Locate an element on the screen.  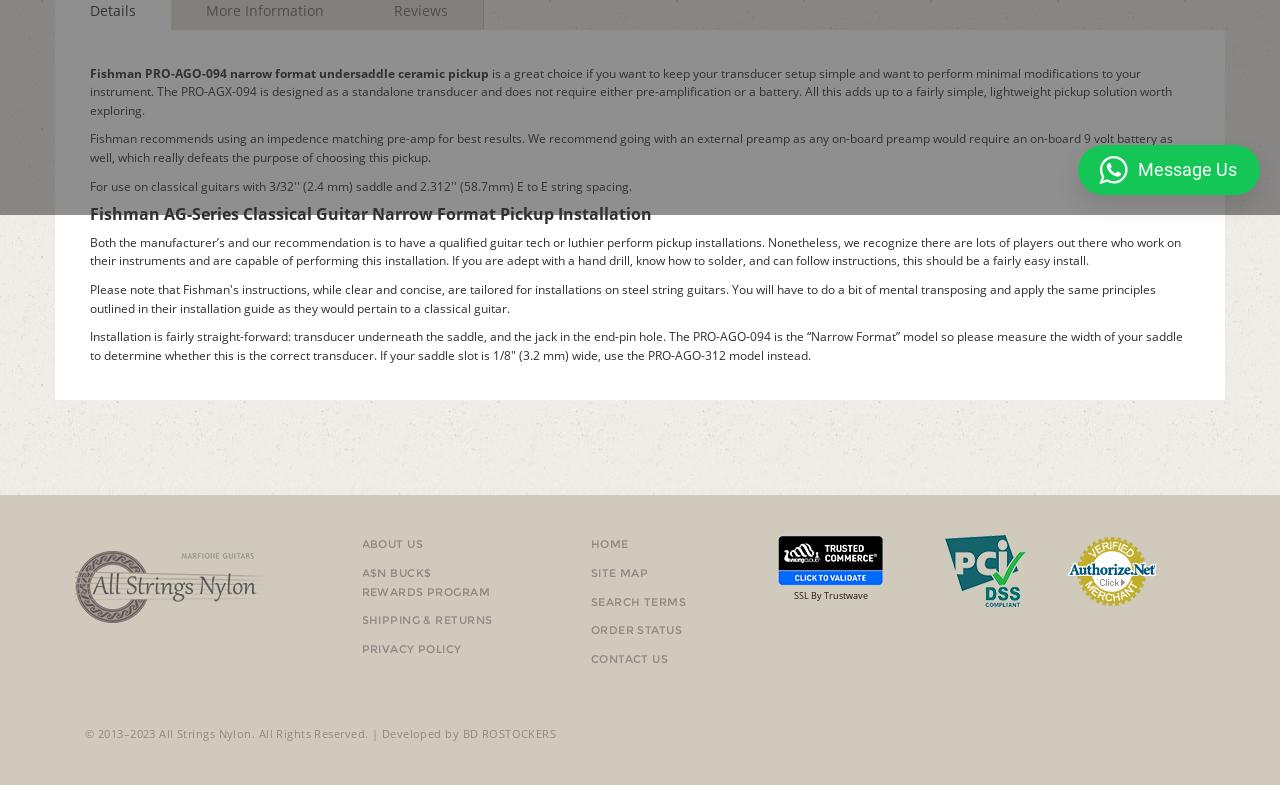
'BD ROSTOCKERS' is located at coordinates (509, 733).